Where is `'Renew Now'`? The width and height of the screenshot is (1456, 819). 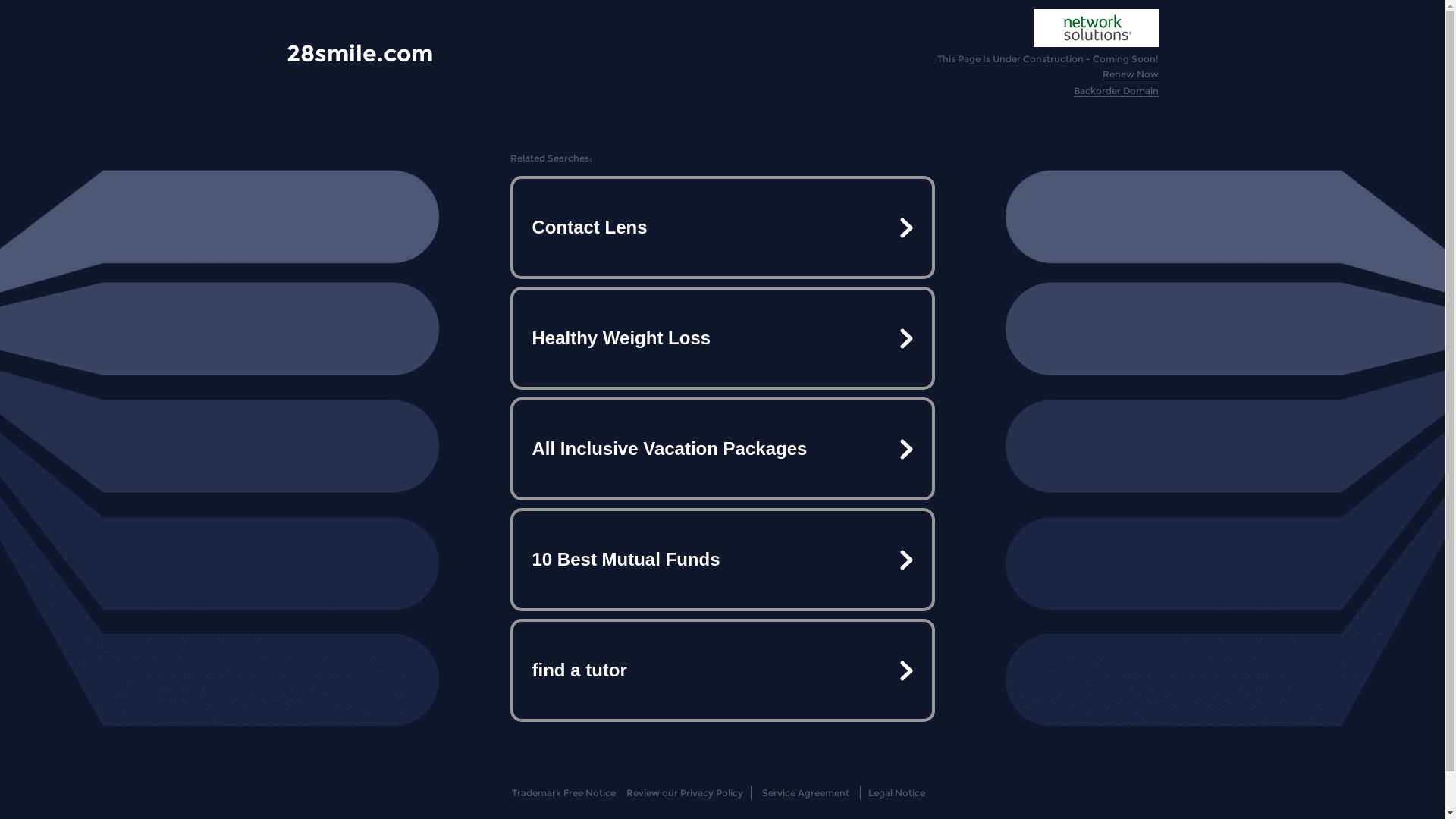 'Renew Now' is located at coordinates (1131, 74).